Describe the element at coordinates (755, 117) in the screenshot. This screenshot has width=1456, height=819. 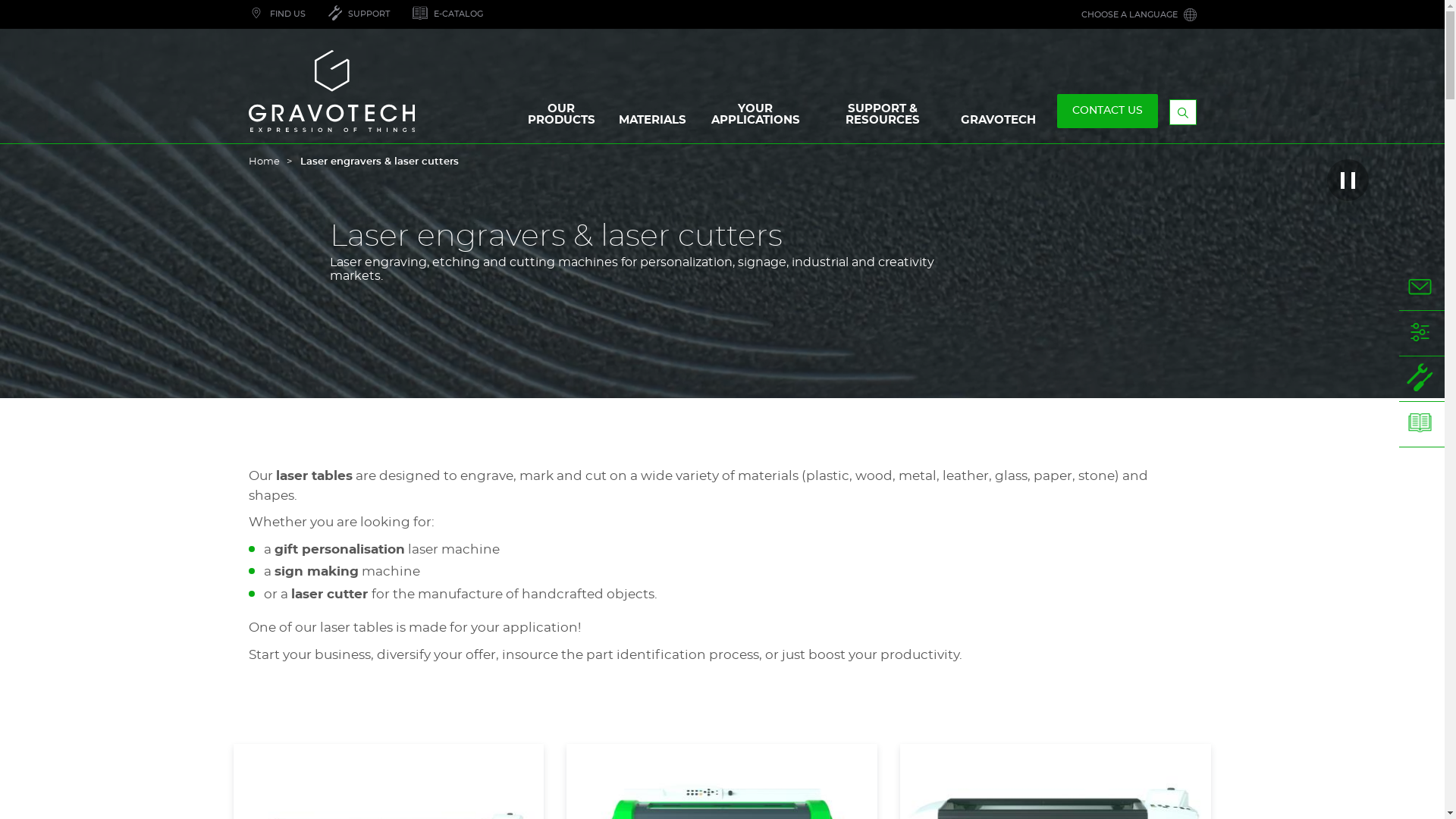
I see `'YOUR APPLICATIONS'` at that location.